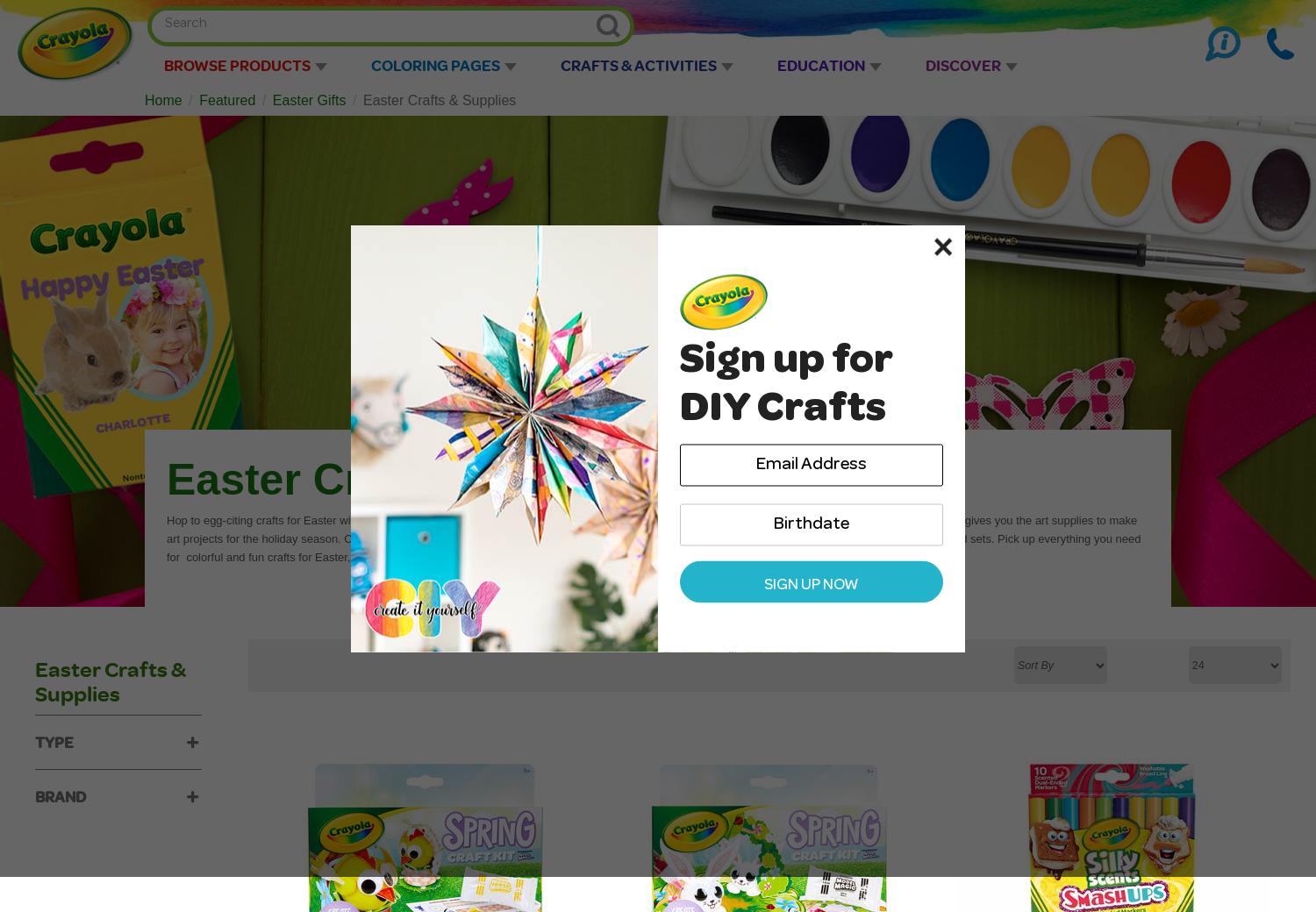  What do you see at coordinates (308, 99) in the screenshot?
I see `'Easter Gifts'` at bounding box center [308, 99].